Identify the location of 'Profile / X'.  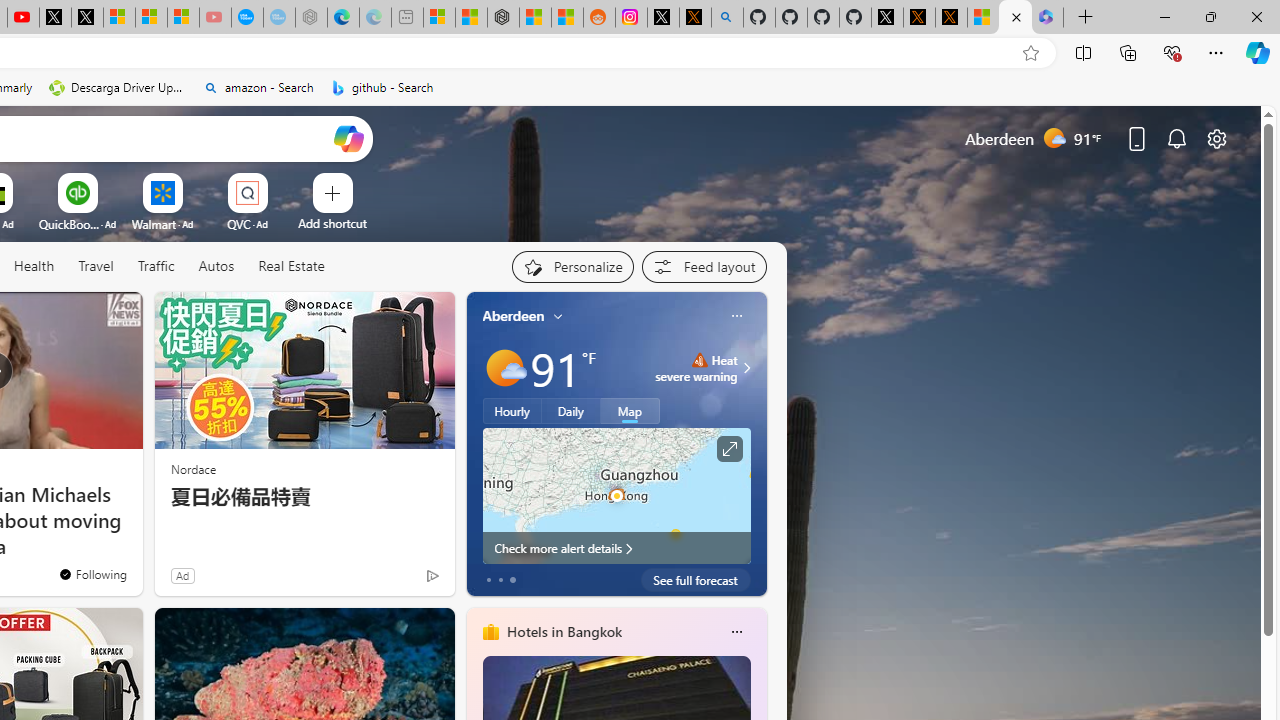
(886, 17).